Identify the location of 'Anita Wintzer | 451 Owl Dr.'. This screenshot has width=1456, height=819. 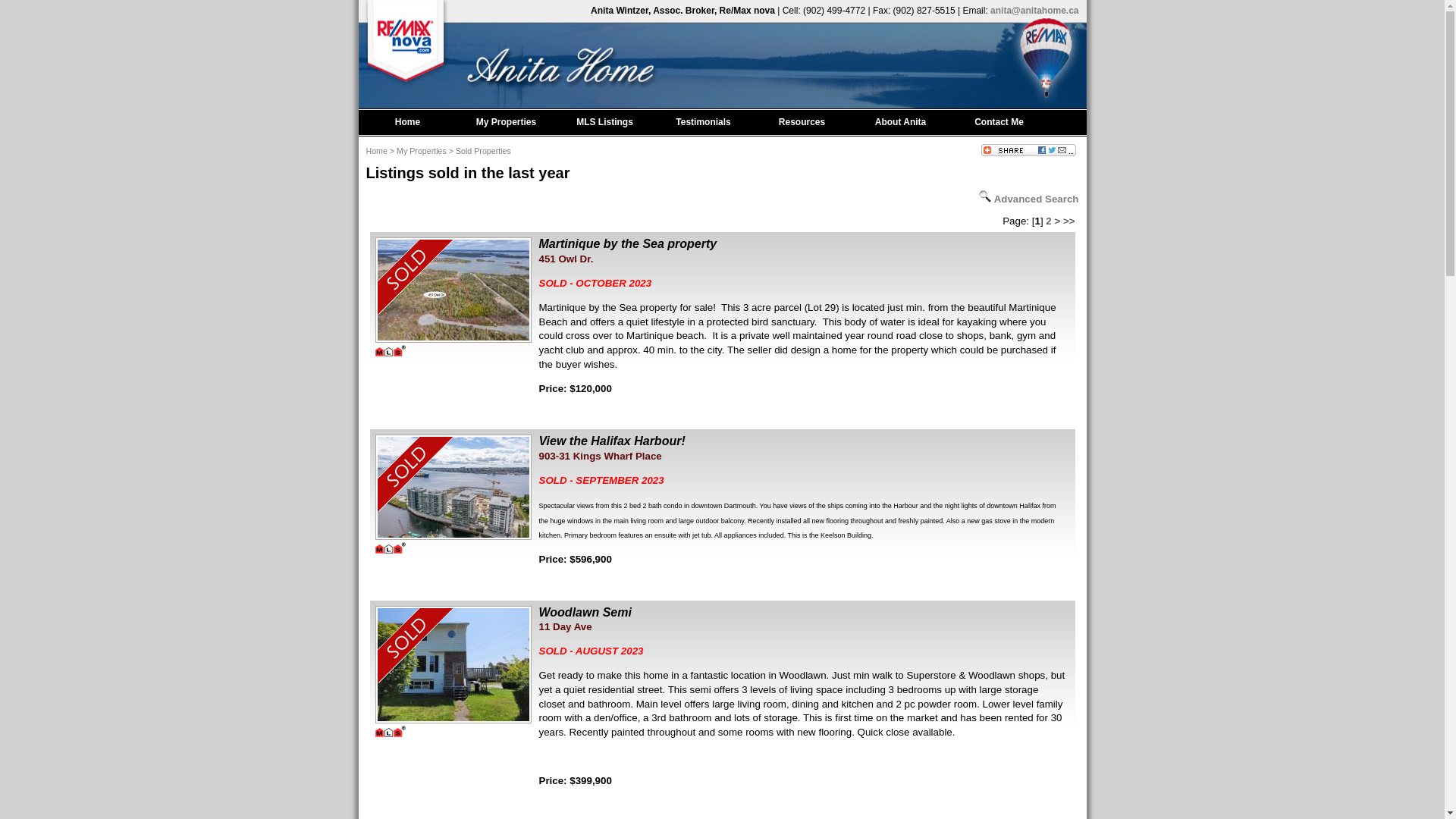
(451, 290).